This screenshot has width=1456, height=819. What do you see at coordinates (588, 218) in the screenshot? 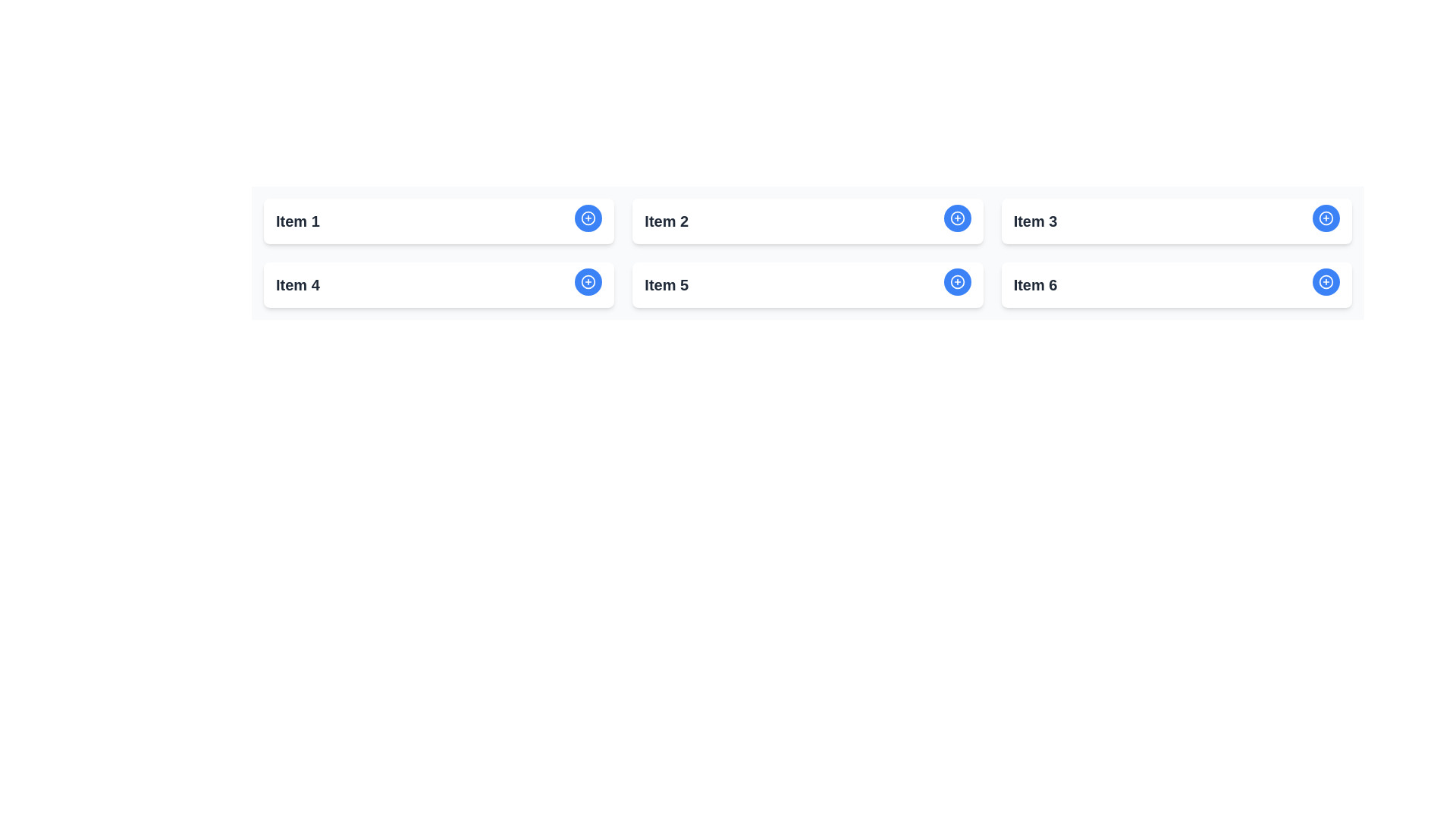
I see `the central circular component of the '+' icon button located in the top-left item slot of the grid layout` at bounding box center [588, 218].